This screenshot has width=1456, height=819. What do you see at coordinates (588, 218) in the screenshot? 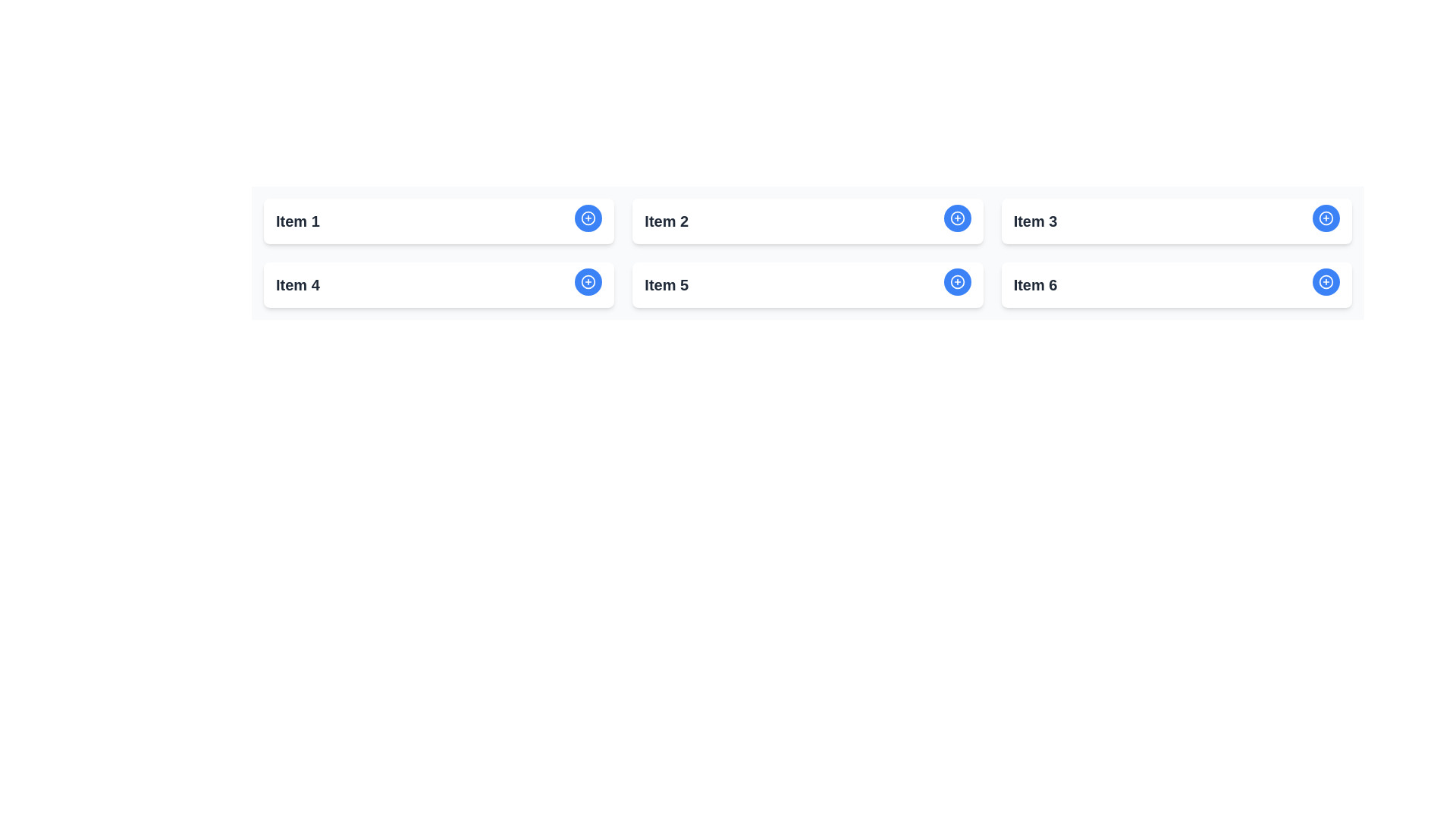
I see `the central circular component of the '+' icon button located in the top-left item slot of the grid layout` at bounding box center [588, 218].